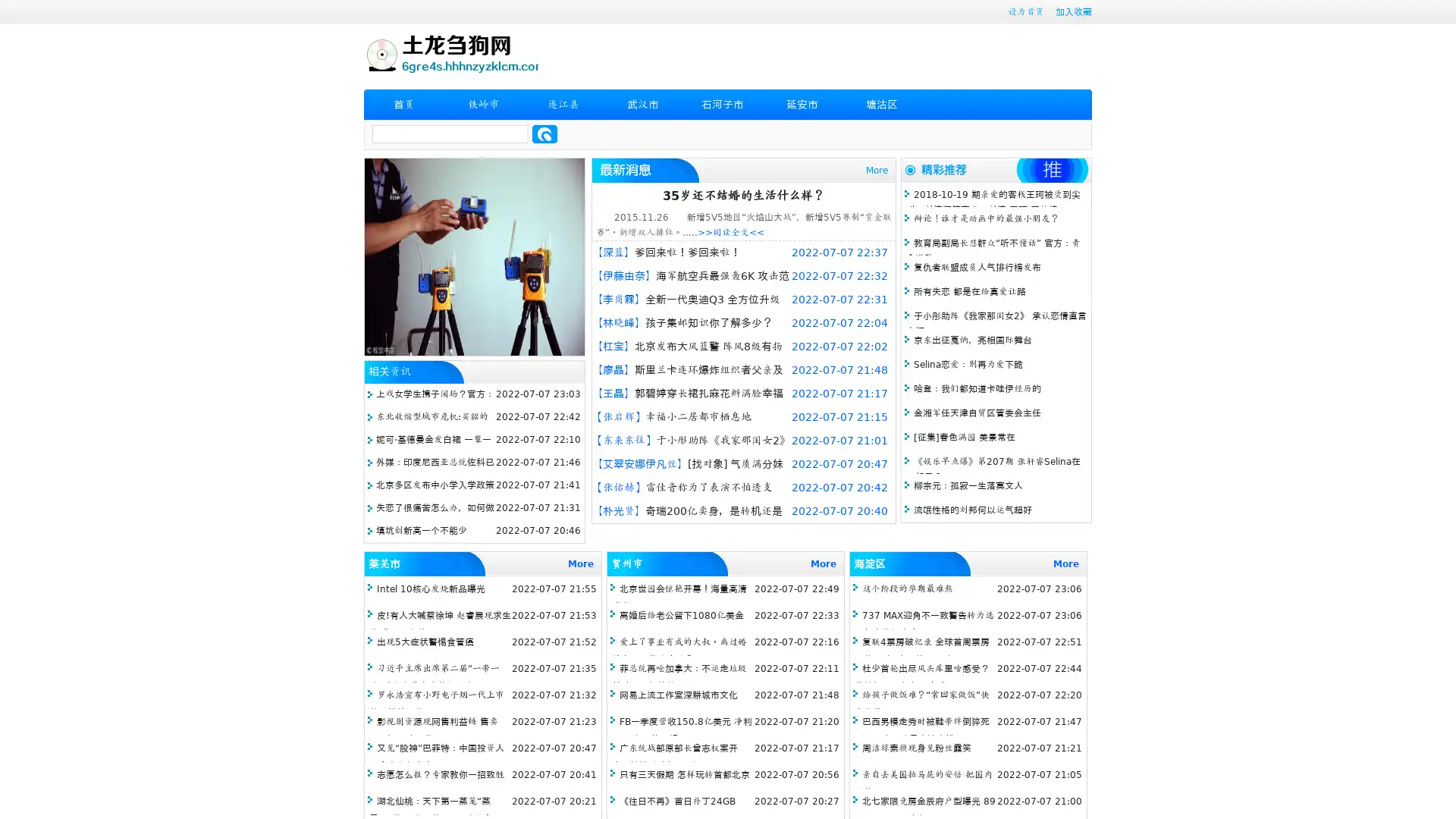 Image resolution: width=1456 pixels, height=819 pixels. I want to click on Search, so click(544, 133).